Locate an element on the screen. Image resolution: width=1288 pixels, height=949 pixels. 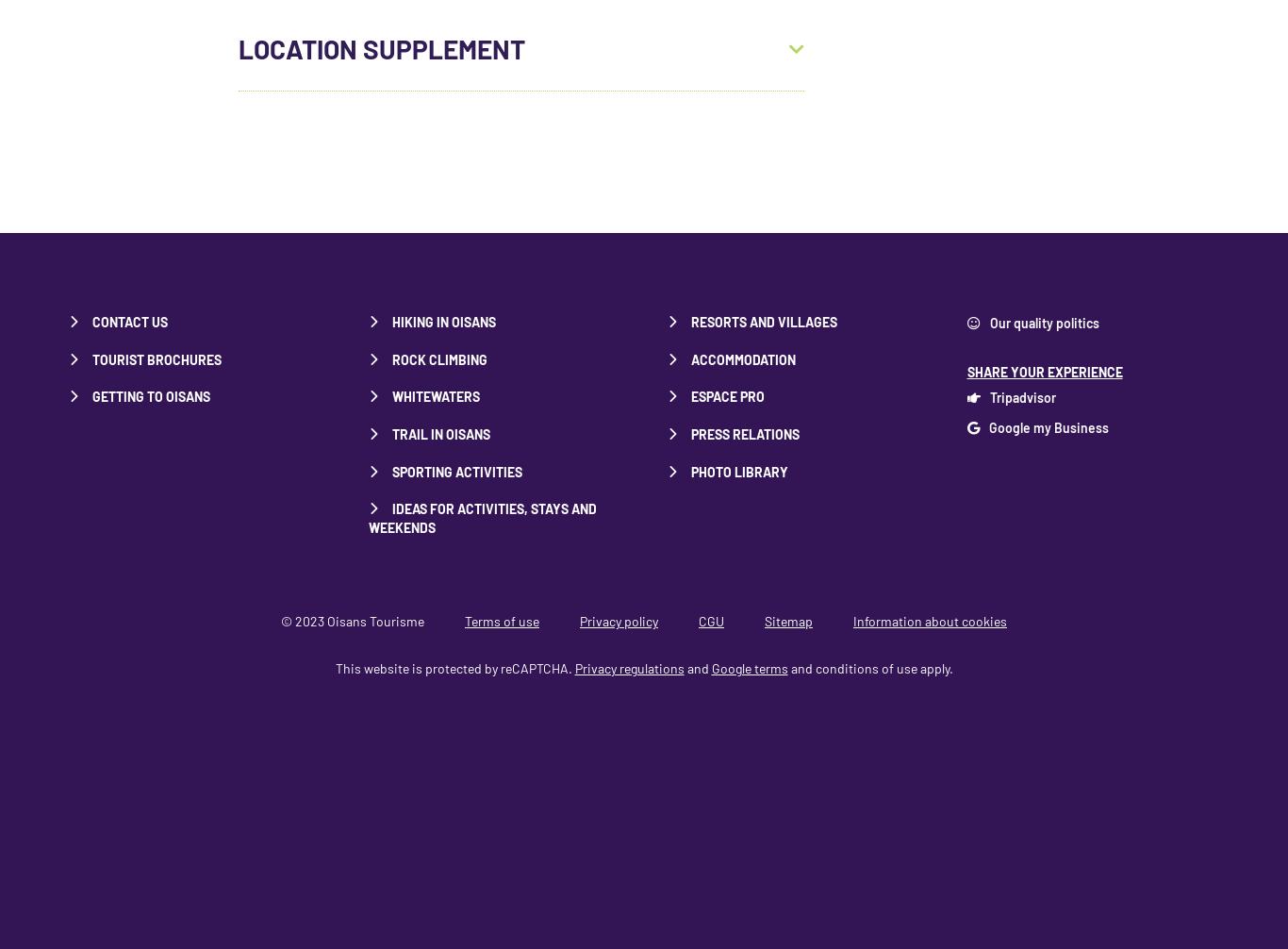
'Photo library' is located at coordinates (739, 470).